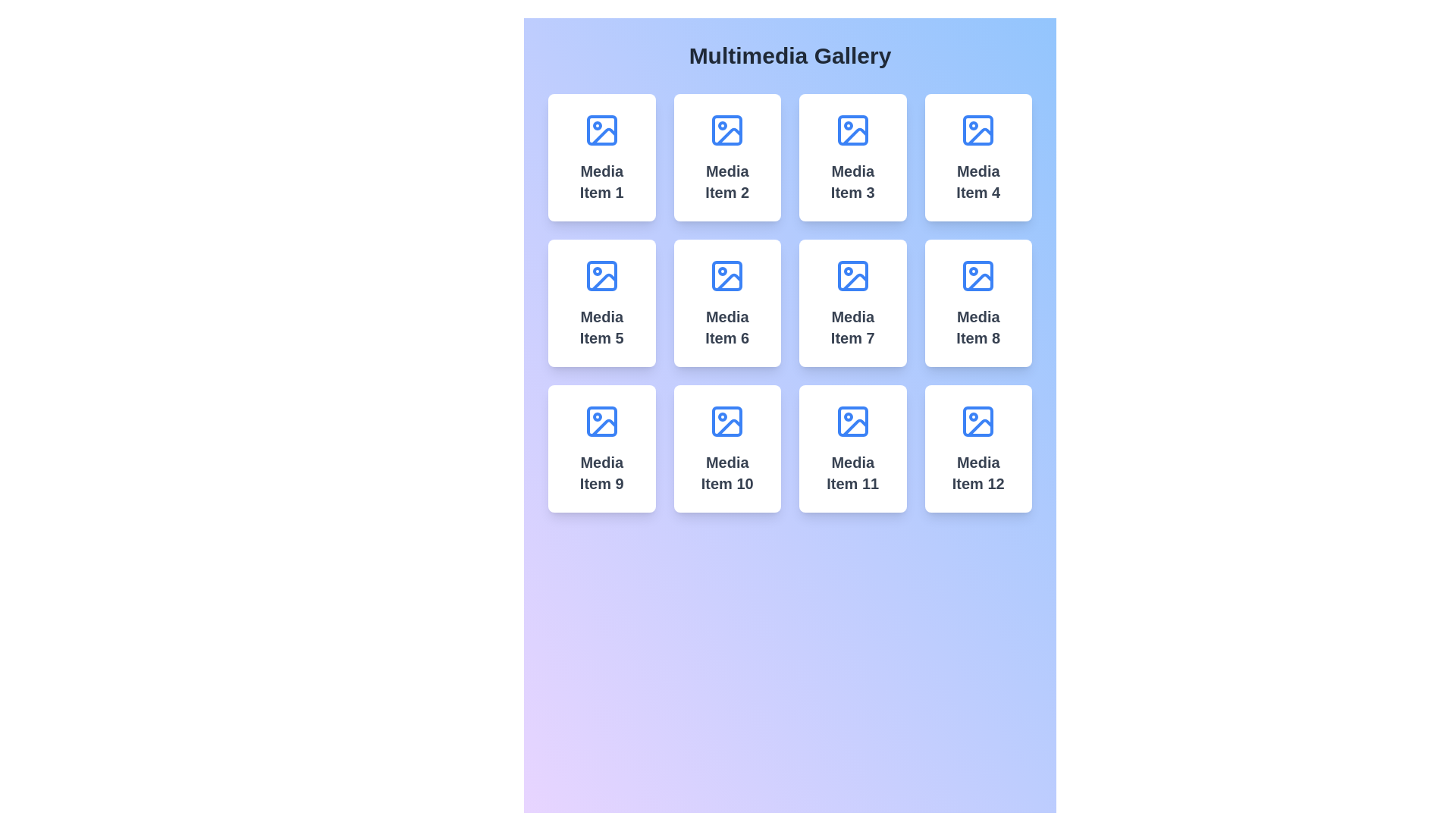 The width and height of the screenshot is (1456, 819). I want to click on the decorative rectangle in the top-left corner of the first media card's image icon, so click(601, 130).